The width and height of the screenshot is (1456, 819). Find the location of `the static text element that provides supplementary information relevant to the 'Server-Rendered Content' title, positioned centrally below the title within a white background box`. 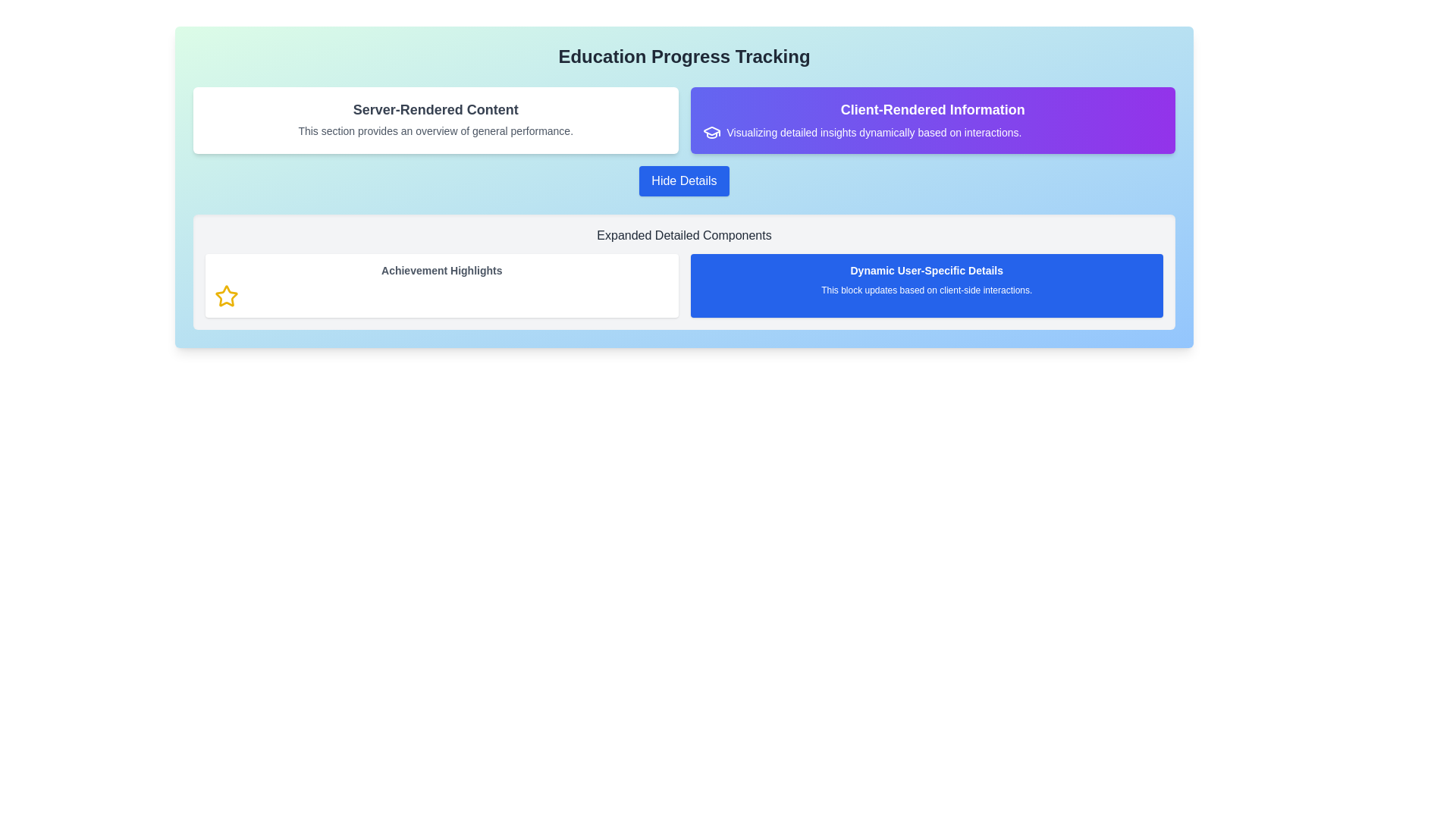

the static text element that provides supplementary information relevant to the 'Server-Rendered Content' title, positioned centrally below the title within a white background box is located at coordinates (435, 130).